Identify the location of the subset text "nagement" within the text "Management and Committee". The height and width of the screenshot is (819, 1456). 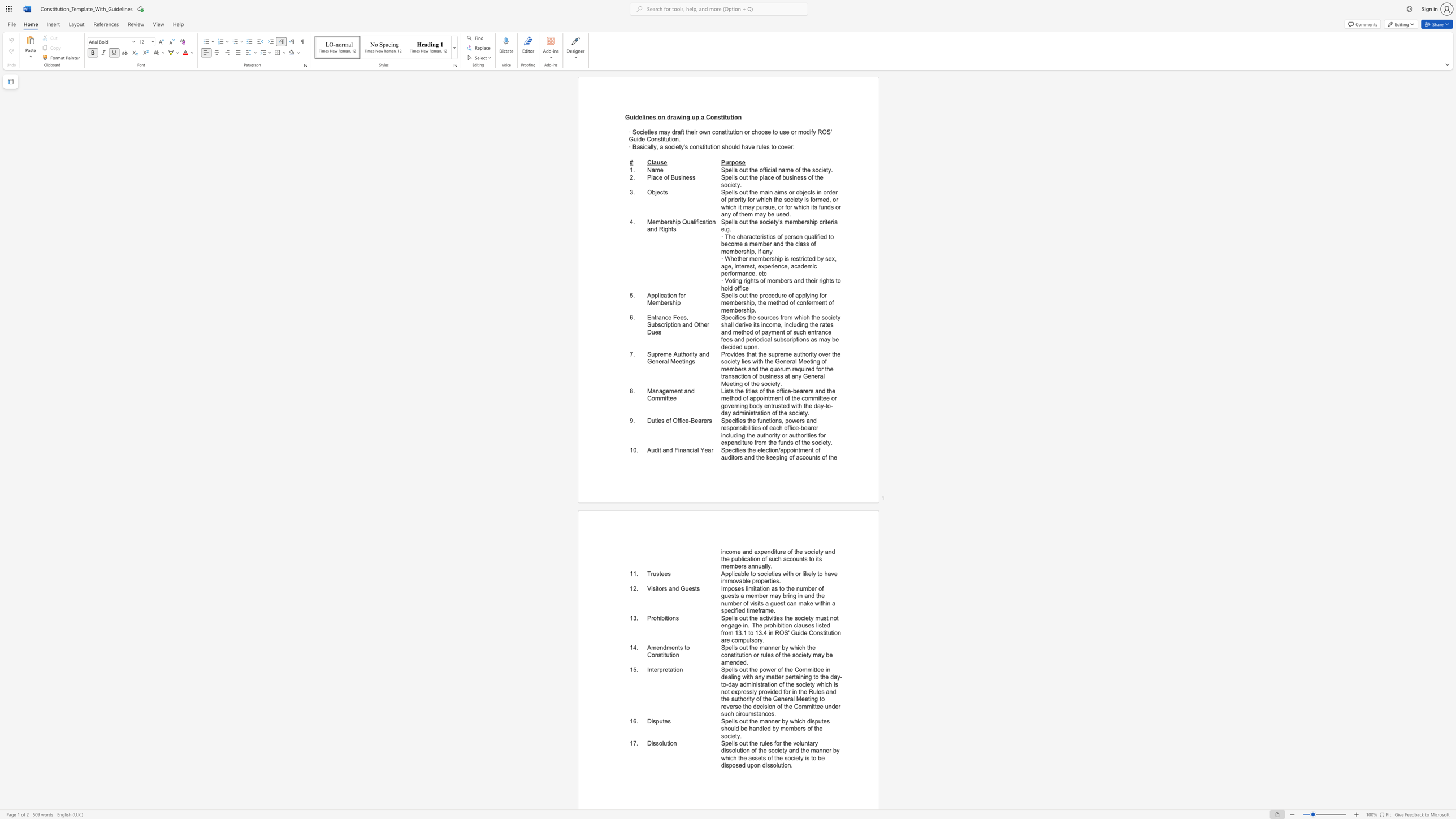
(655, 390).